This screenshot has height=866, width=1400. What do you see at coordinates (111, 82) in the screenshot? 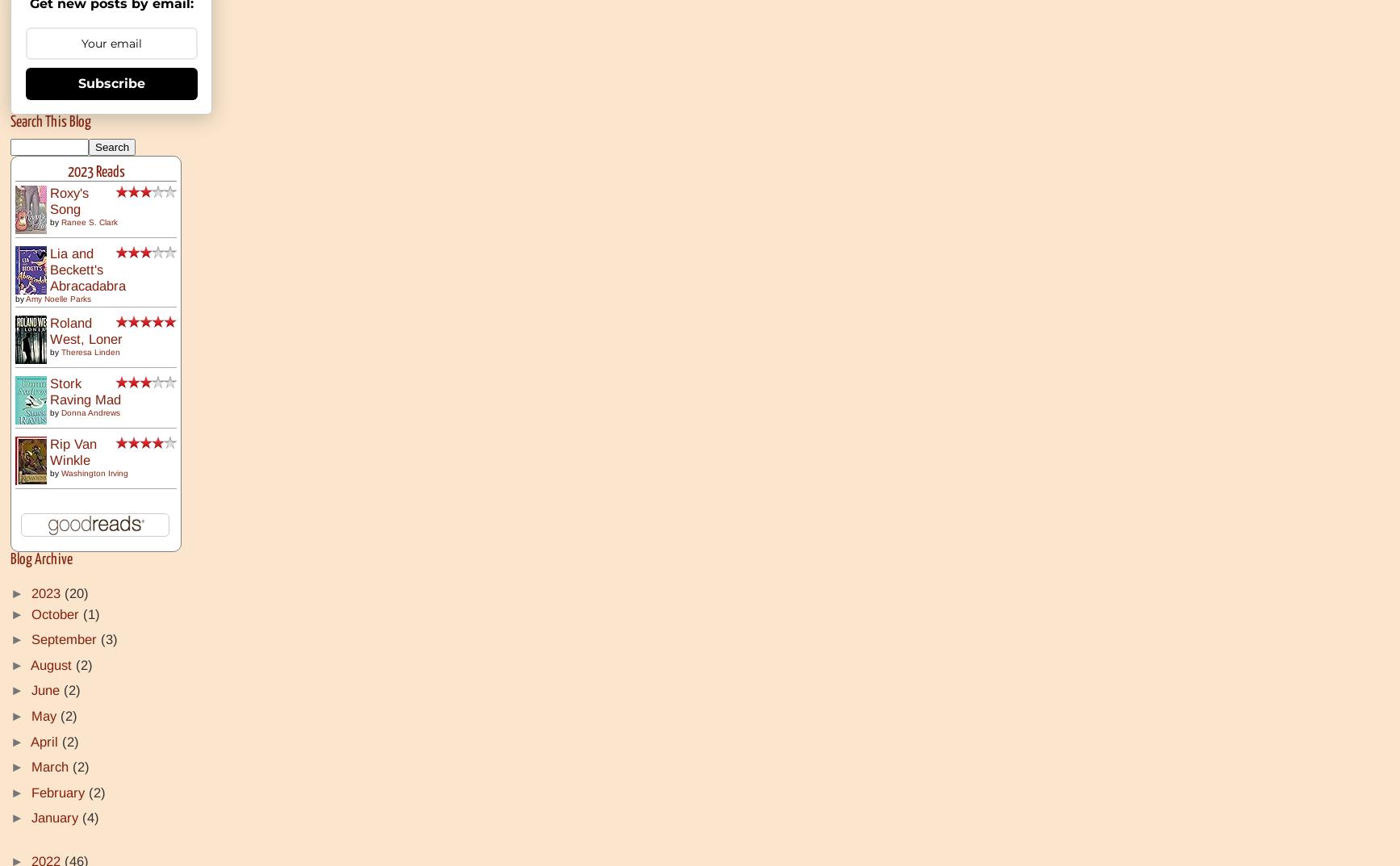
I see `'Subscribe'` at bounding box center [111, 82].